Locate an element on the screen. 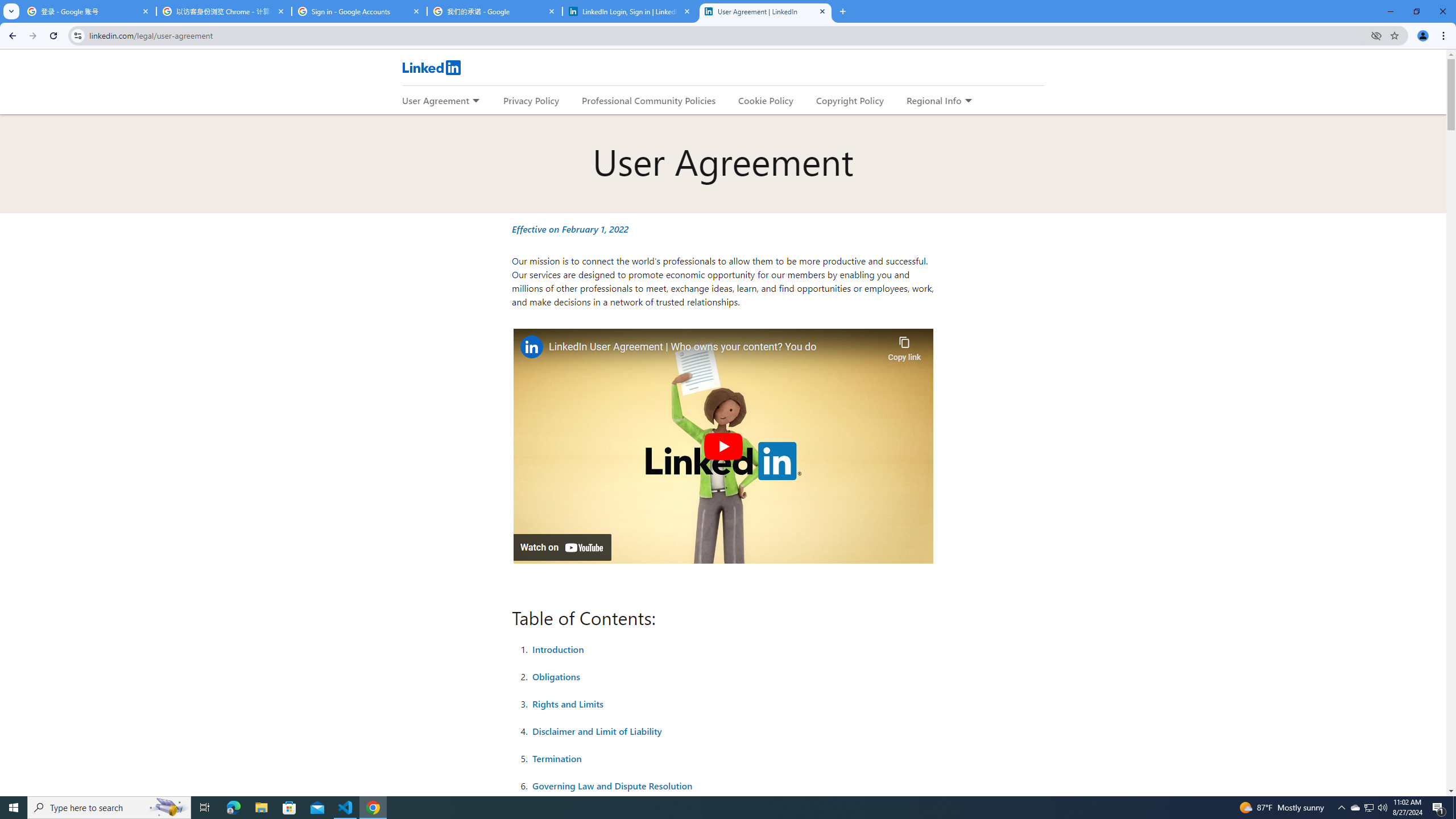  'Play' is located at coordinates (723, 446).